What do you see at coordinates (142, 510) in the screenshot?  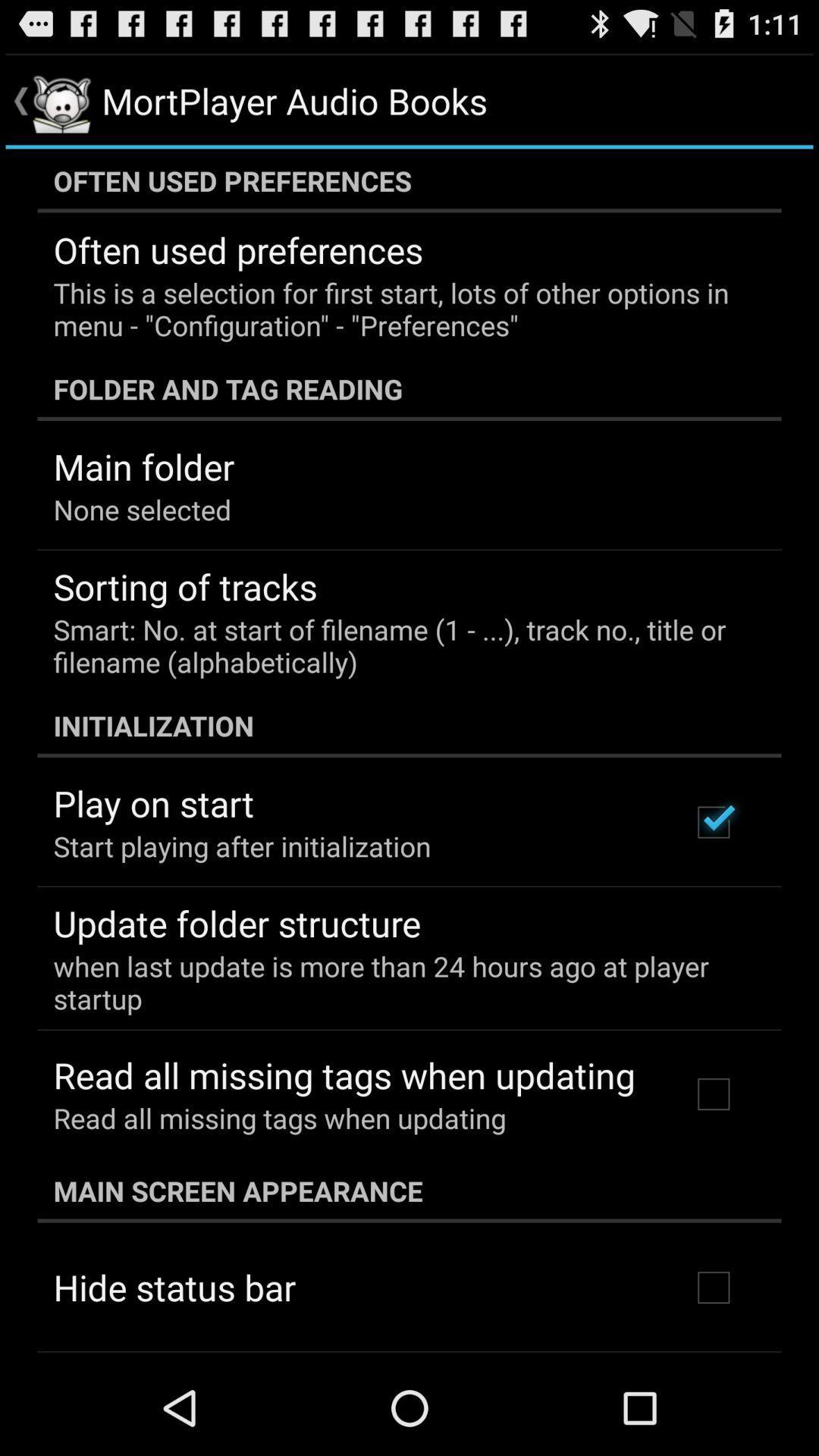 I see `item above the sorting of tracks icon` at bounding box center [142, 510].